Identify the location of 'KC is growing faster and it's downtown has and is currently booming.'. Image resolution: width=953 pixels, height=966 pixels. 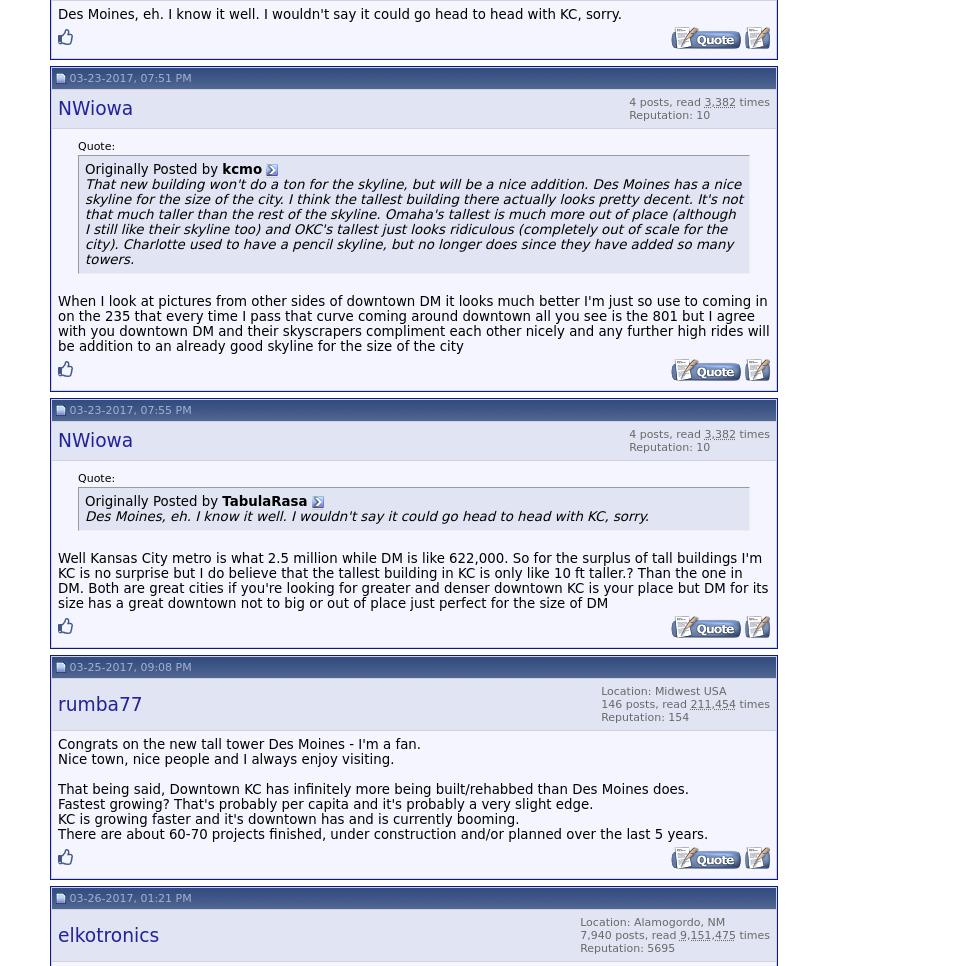
(287, 818).